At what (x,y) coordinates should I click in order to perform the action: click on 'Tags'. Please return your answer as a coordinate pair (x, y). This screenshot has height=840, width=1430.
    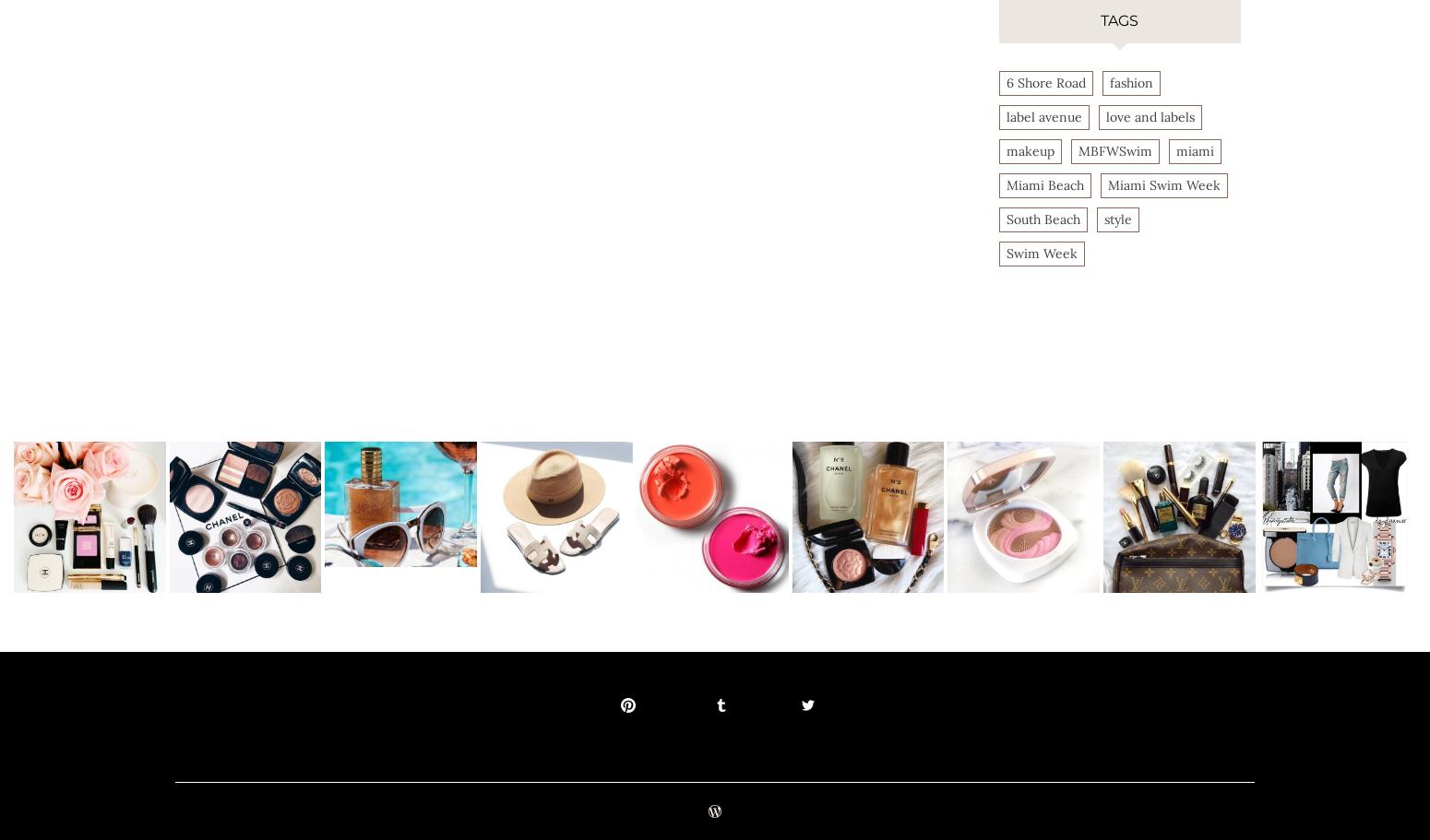
    Looking at the image, I should click on (1119, 19).